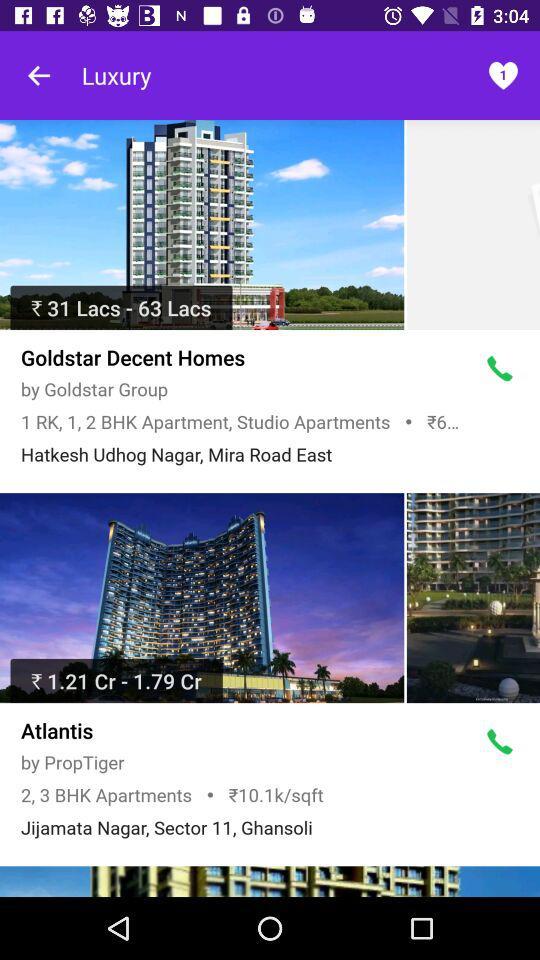  I want to click on press this symbol to call us, so click(499, 741).